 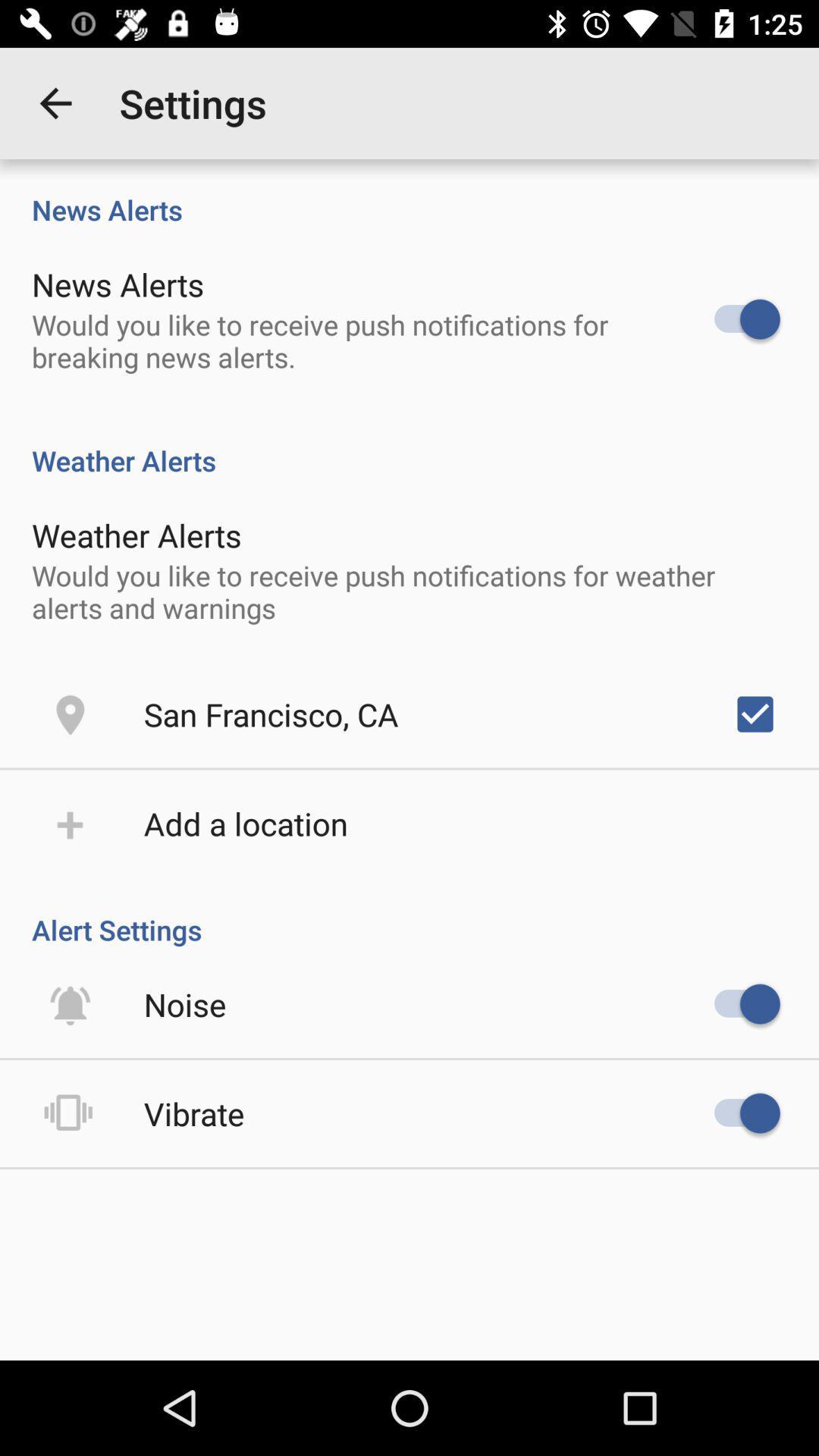 I want to click on icon below would you like item, so click(x=755, y=713).